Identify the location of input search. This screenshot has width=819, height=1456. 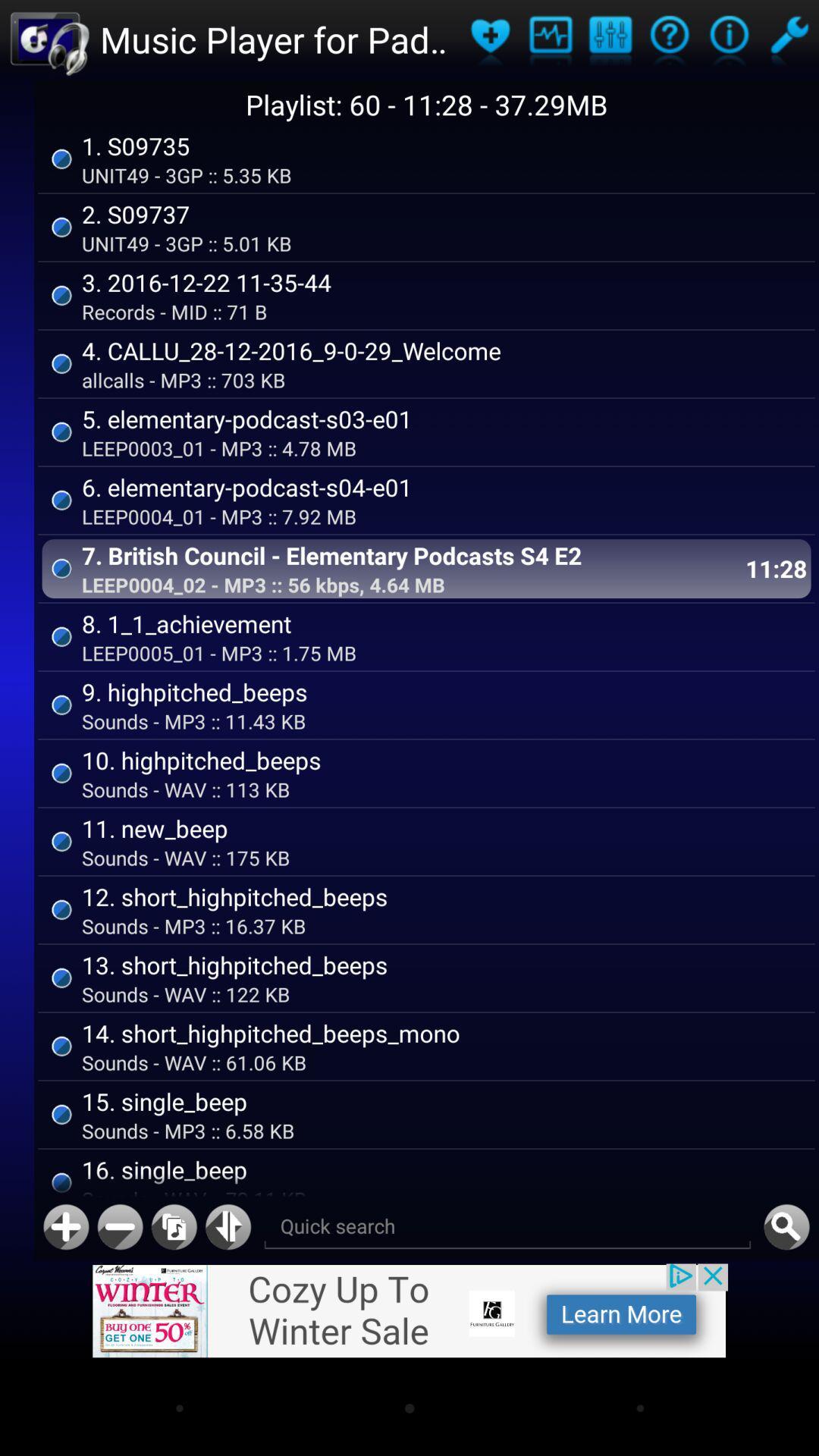
(507, 1227).